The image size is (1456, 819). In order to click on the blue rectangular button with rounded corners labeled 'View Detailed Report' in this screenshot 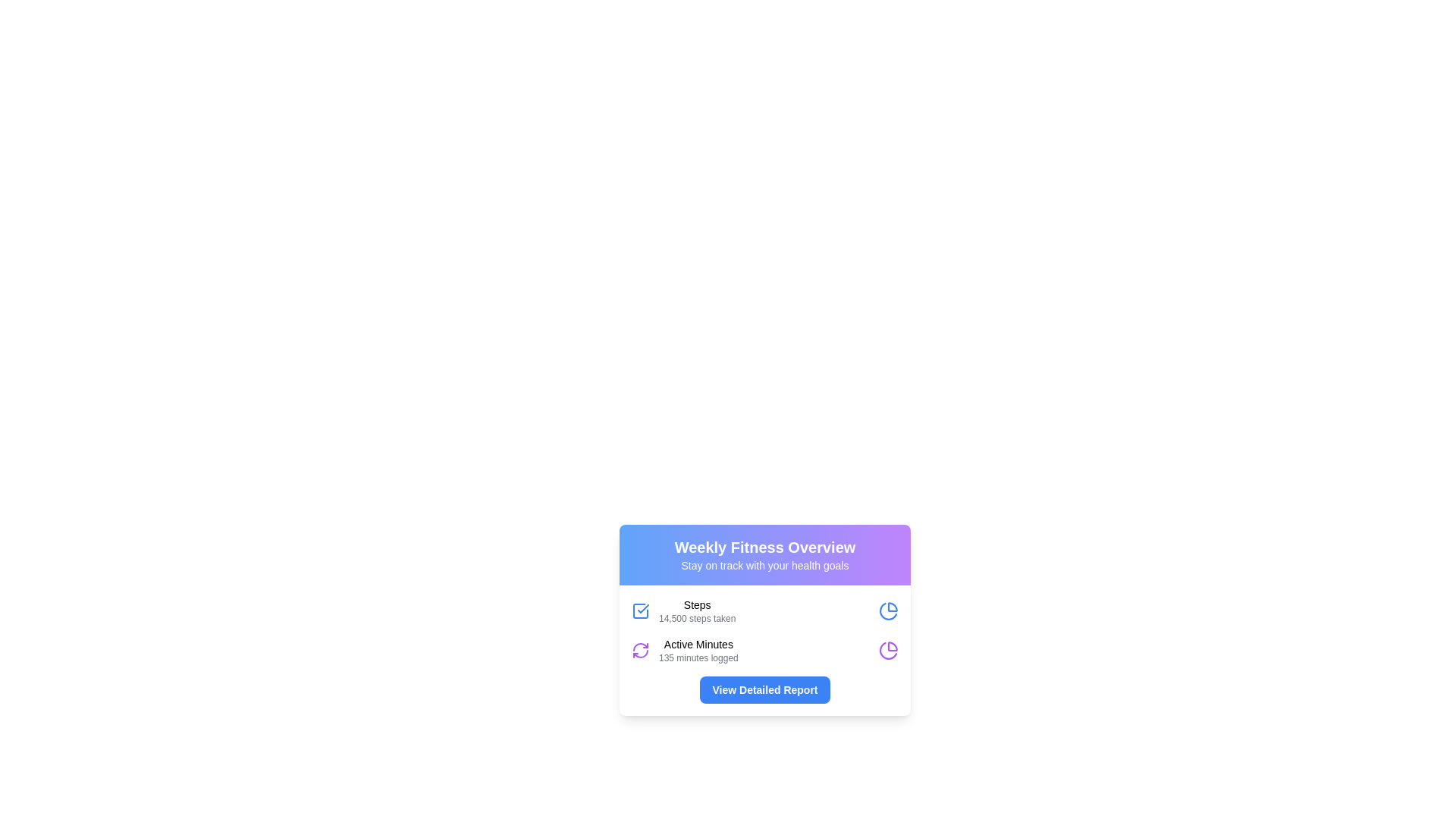, I will do `click(764, 690)`.